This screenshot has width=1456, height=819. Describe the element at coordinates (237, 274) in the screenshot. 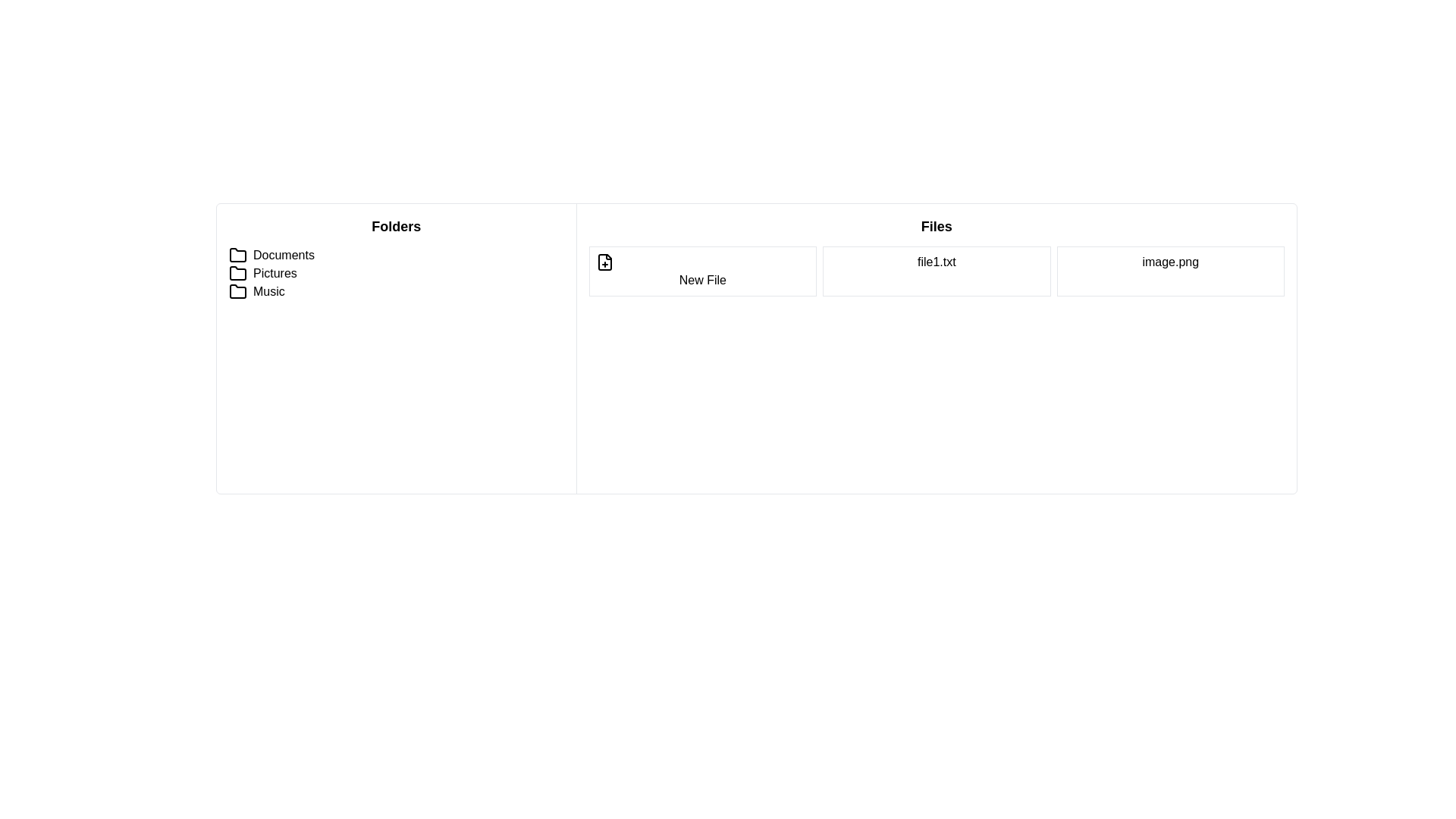

I see `the folder icon, which is black and positioned next to the text labeled 'Pictures'` at that location.